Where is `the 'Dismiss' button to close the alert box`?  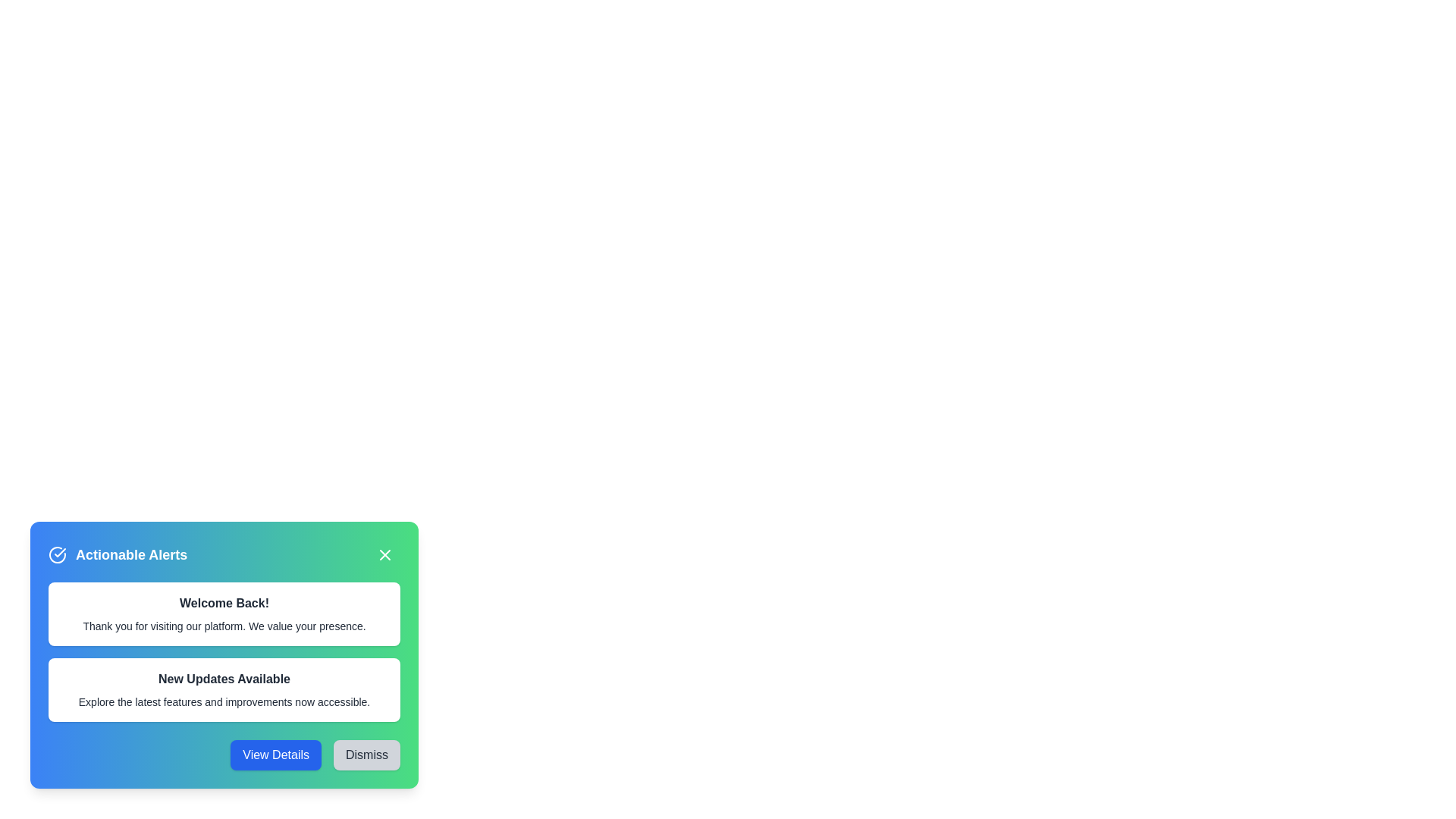
the 'Dismiss' button to close the alert box is located at coordinates (367, 755).